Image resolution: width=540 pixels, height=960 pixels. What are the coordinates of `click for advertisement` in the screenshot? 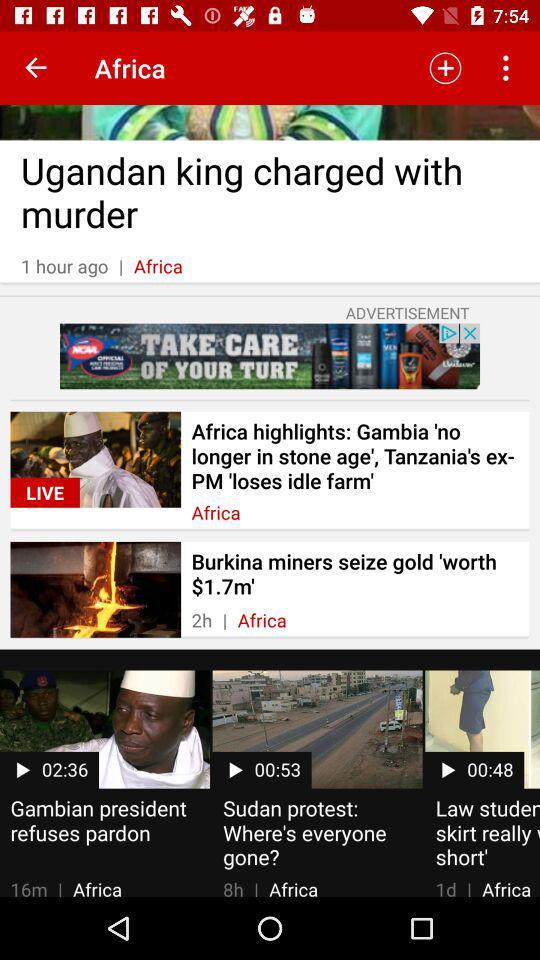 It's located at (270, 356).